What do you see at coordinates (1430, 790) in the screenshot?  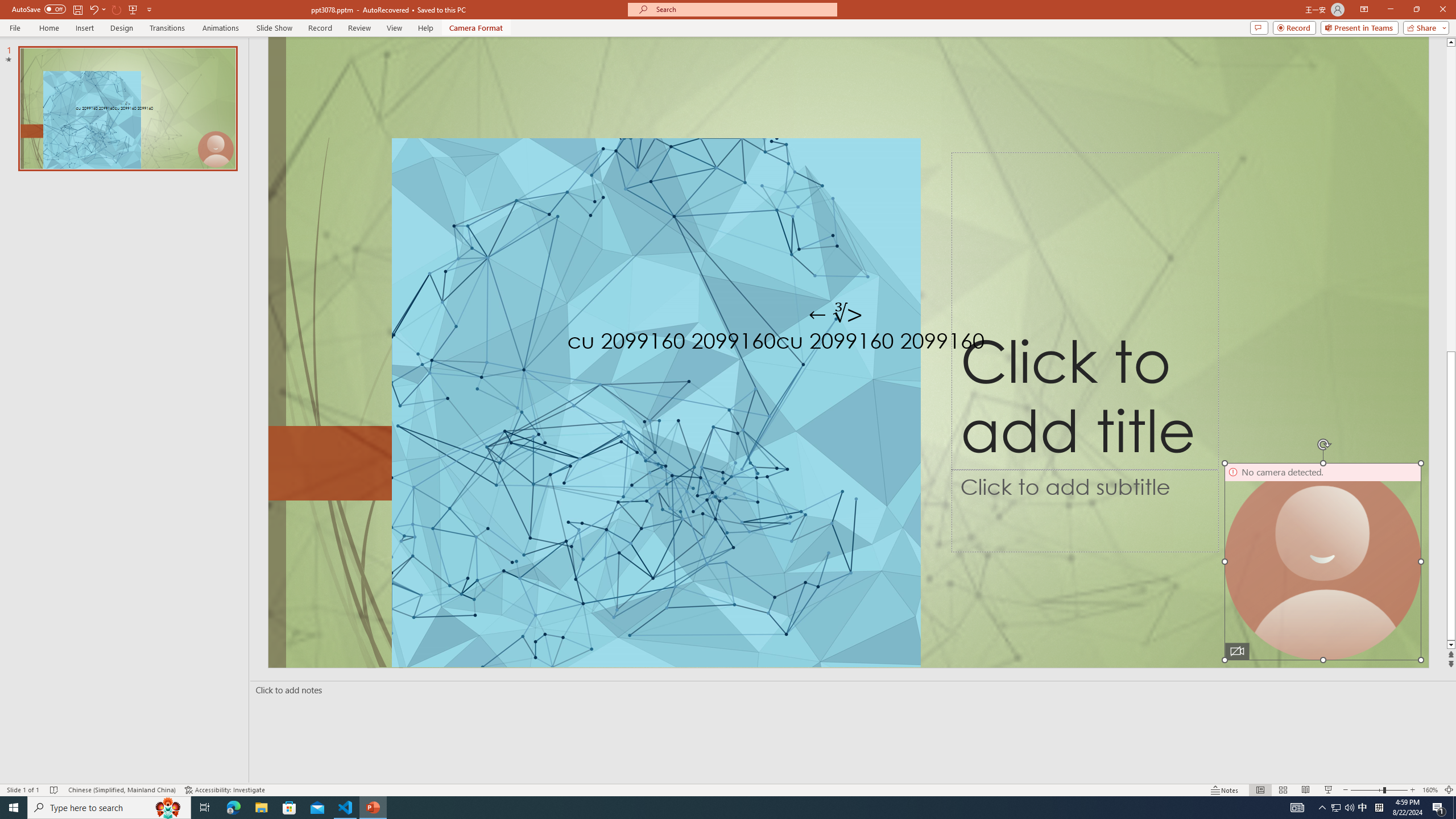 I see `'Zoom 160%'` at bounding box center [1430, 790].